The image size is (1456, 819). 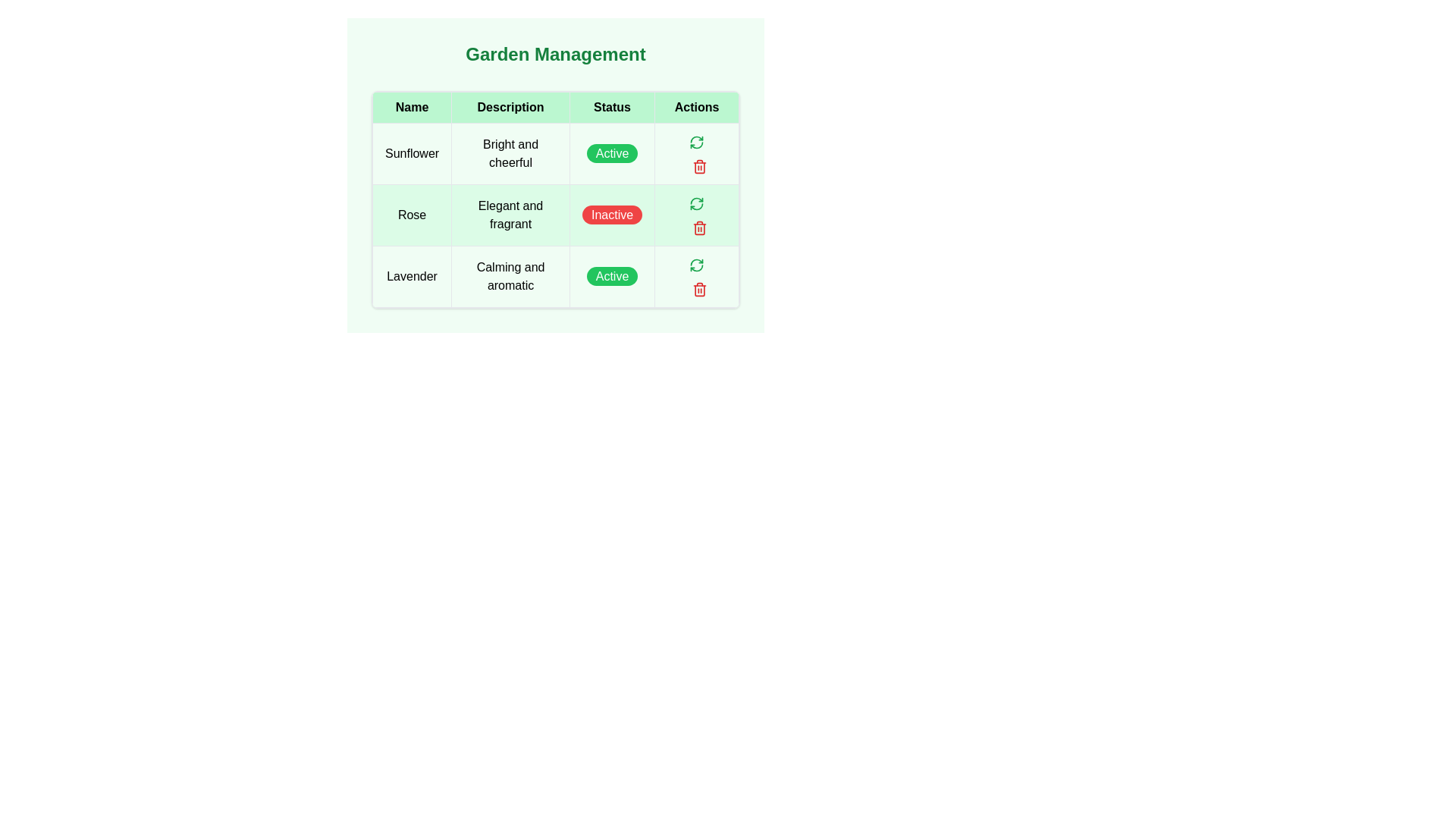 I want to click on the Icon Button in the Actions column of the second row of the table, so click(x=696, y=142).